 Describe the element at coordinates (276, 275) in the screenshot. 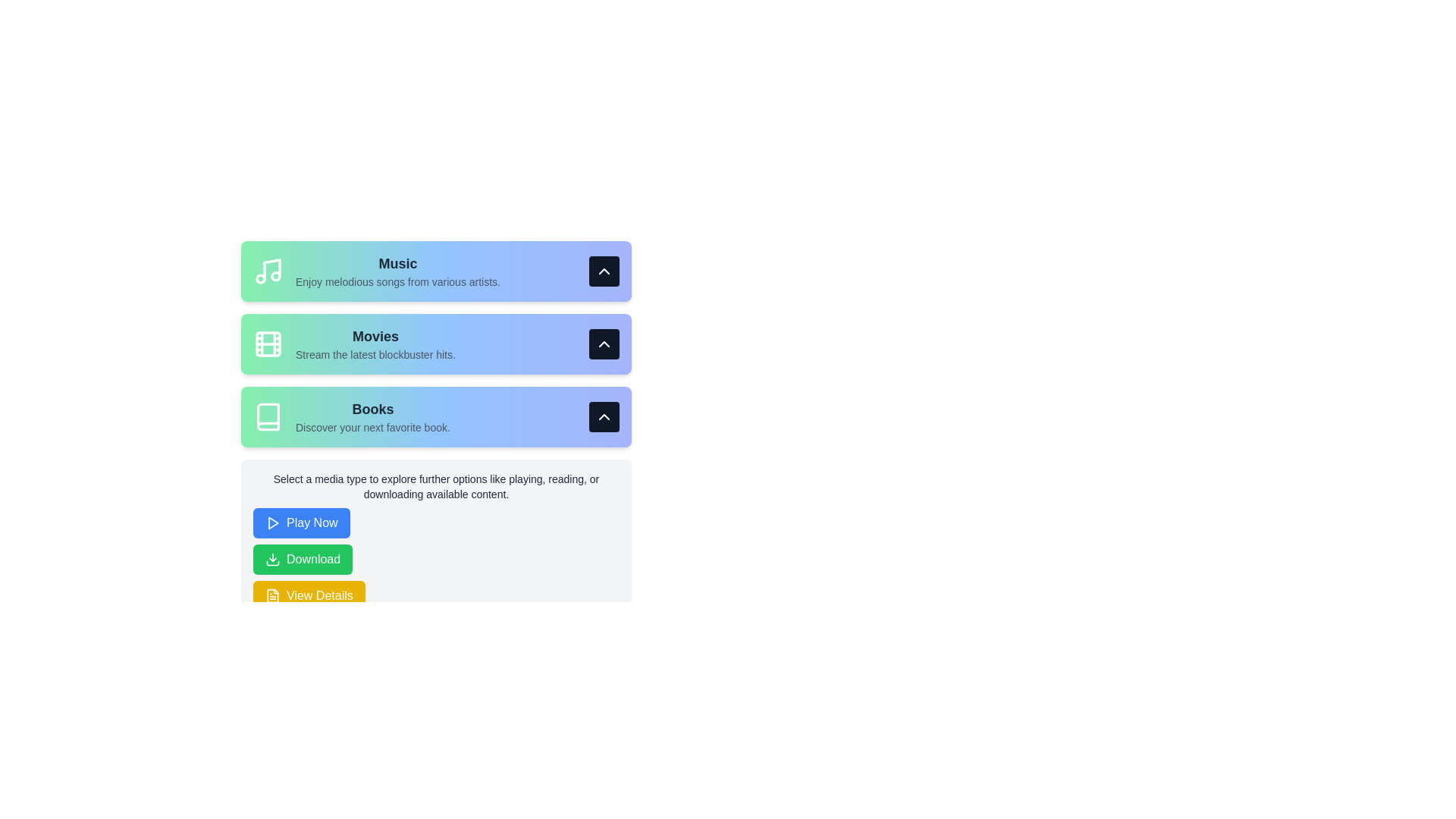

I see `the small filled circle located within the music icon, positioned towards the top-right of the icon, which is part of the 'Music' section in a vertical list` at that location.